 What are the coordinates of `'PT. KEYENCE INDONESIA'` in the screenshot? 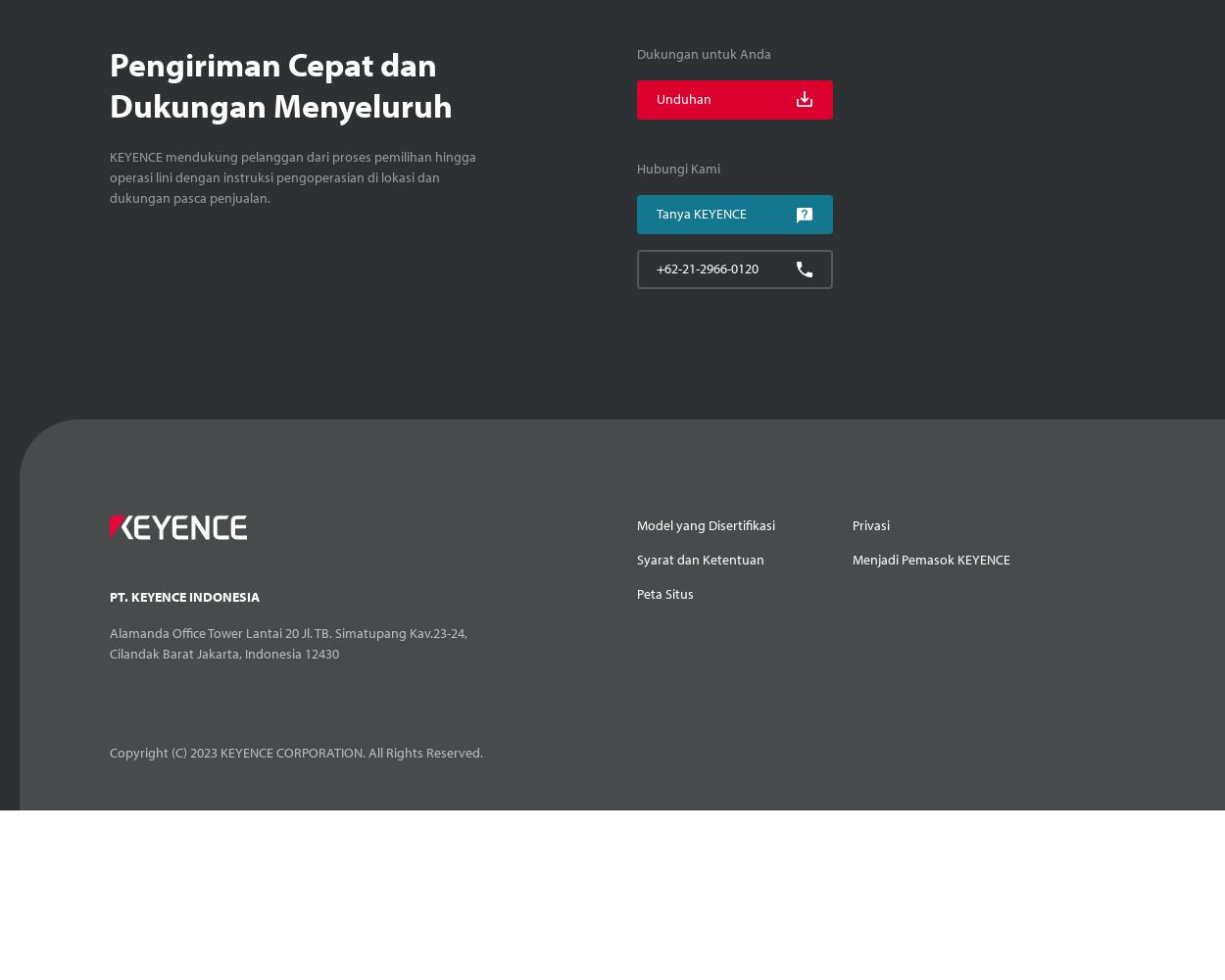 It's located at (184, 596).